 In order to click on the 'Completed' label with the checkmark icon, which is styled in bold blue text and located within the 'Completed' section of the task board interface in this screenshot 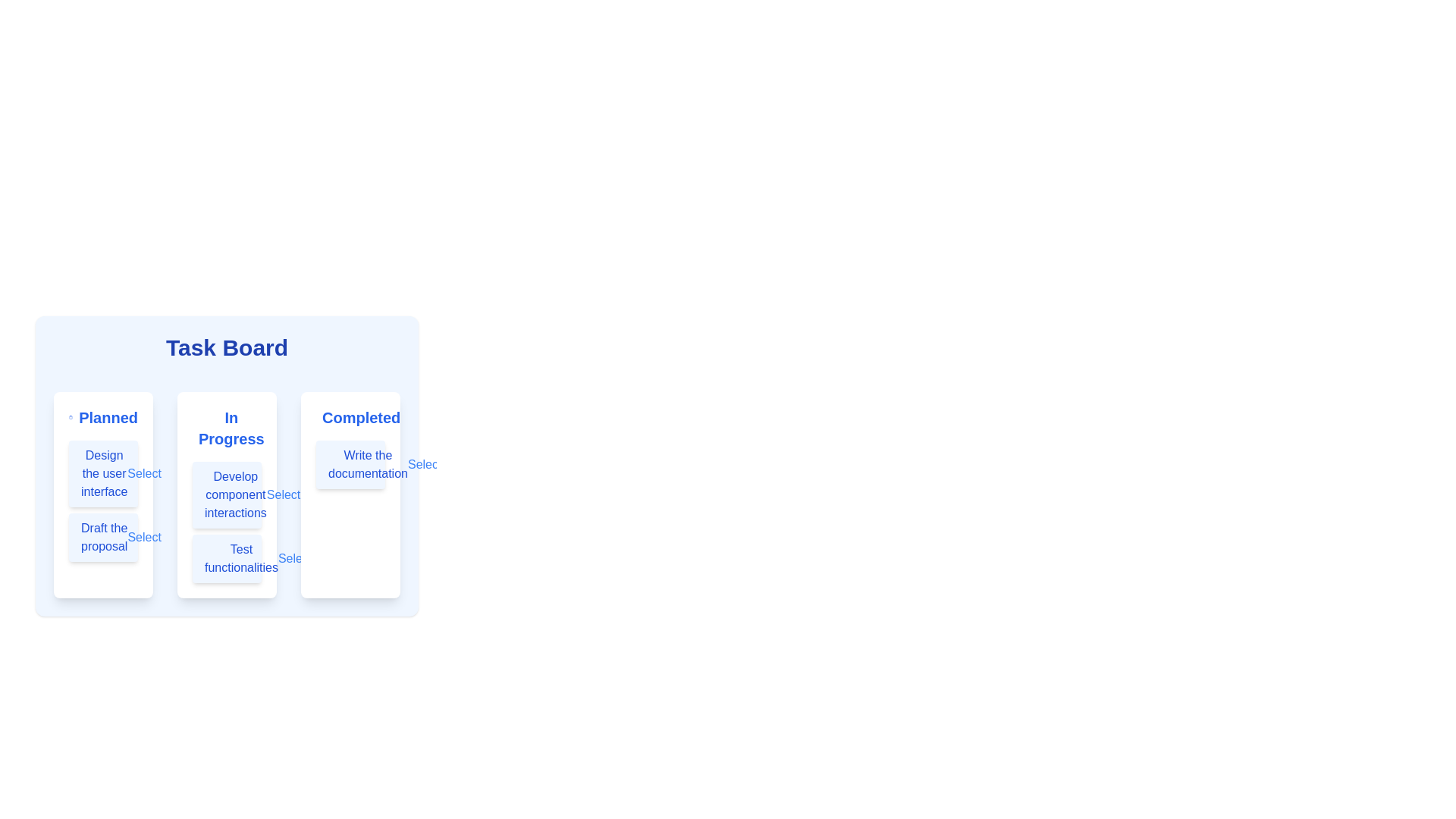, I will do `click(350, 418)`.